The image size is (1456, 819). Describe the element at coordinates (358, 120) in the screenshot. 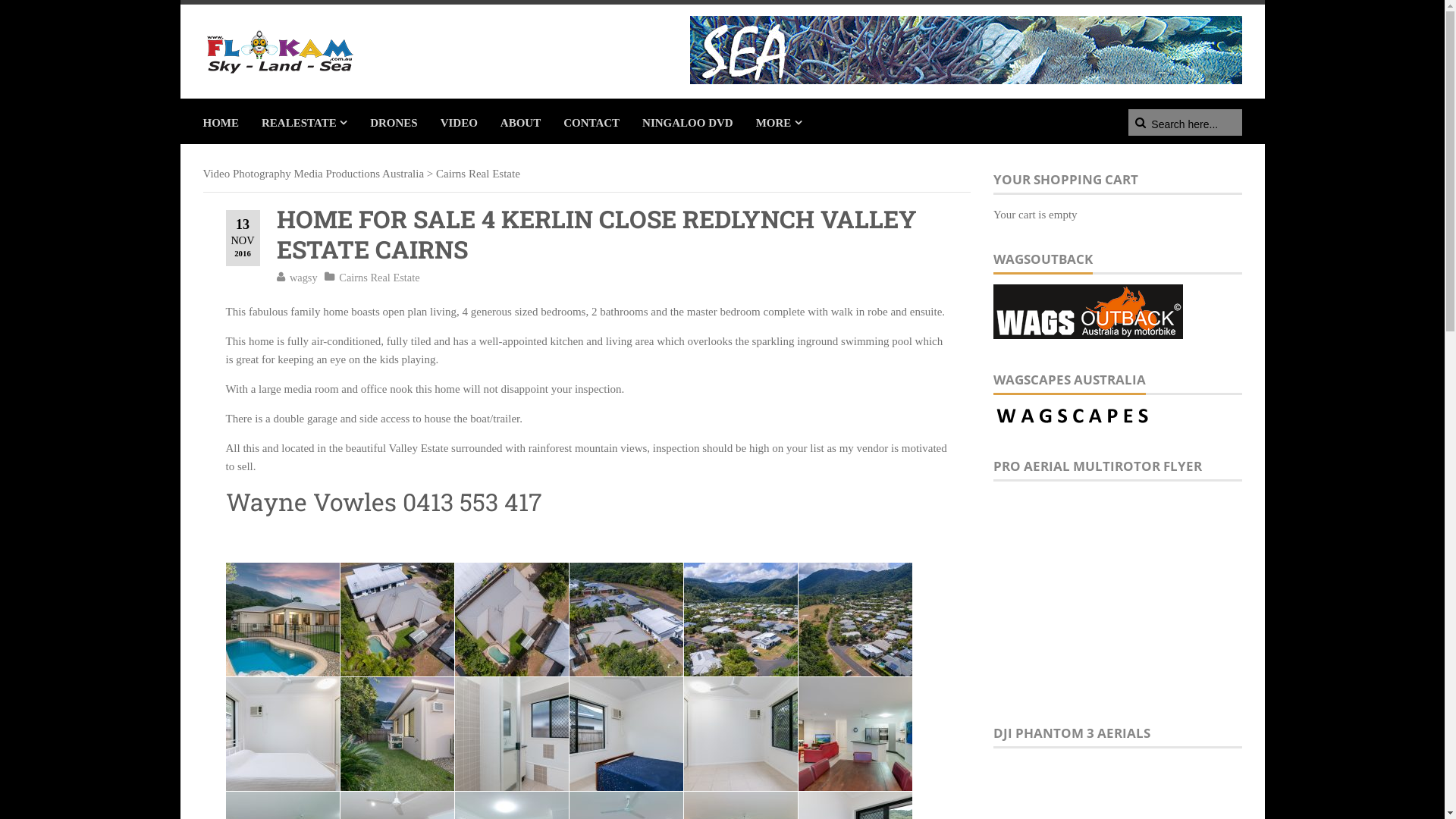

I see `'DRONES'` at that location.